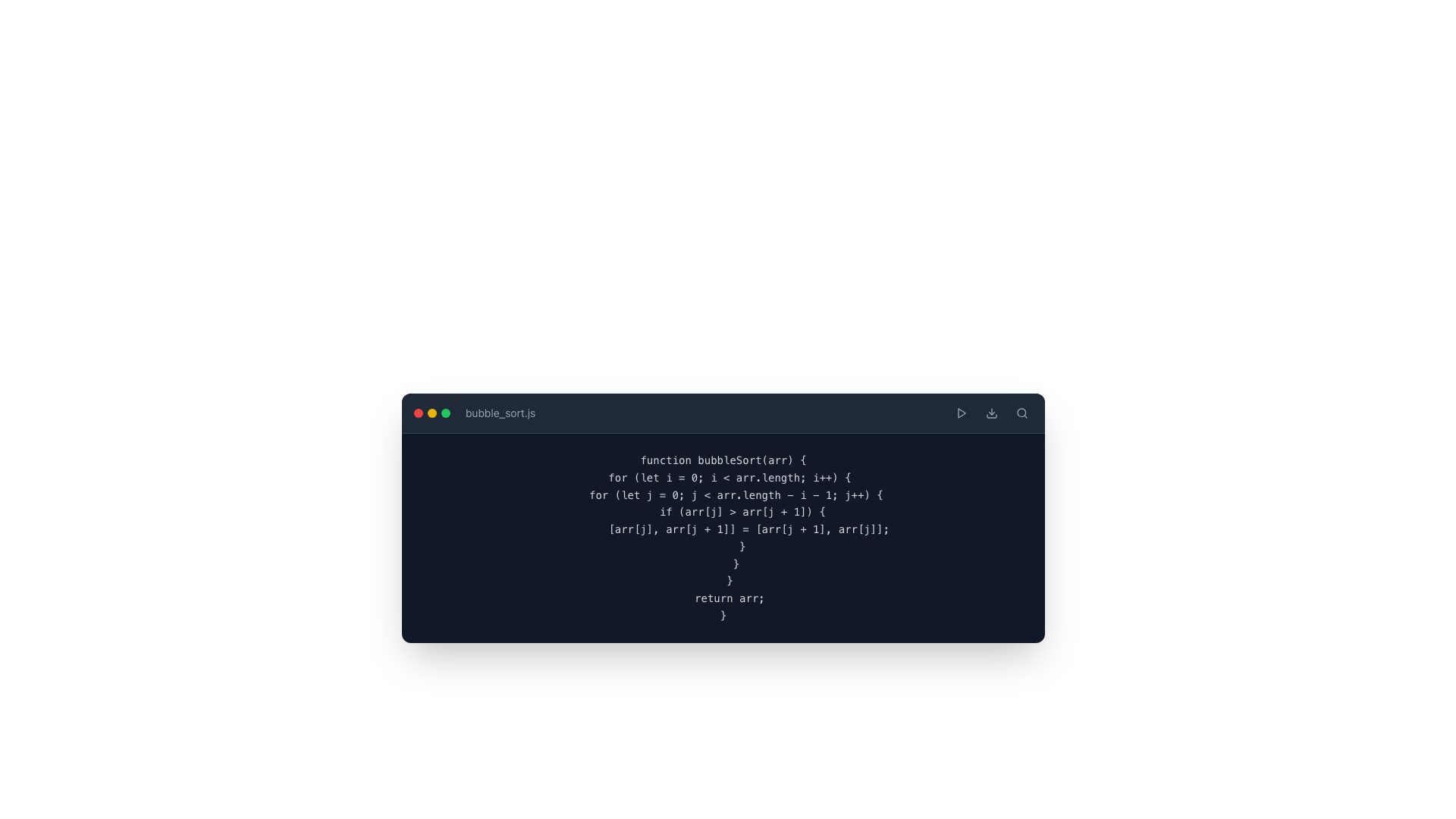 This screenshot has width=1456, height=819. What do you see at coordinates (1022, 413) in the screenshot?
I see `the magnifying glass icon button located at the top right corner of the code editor window` at bounding box center [1022, 413].